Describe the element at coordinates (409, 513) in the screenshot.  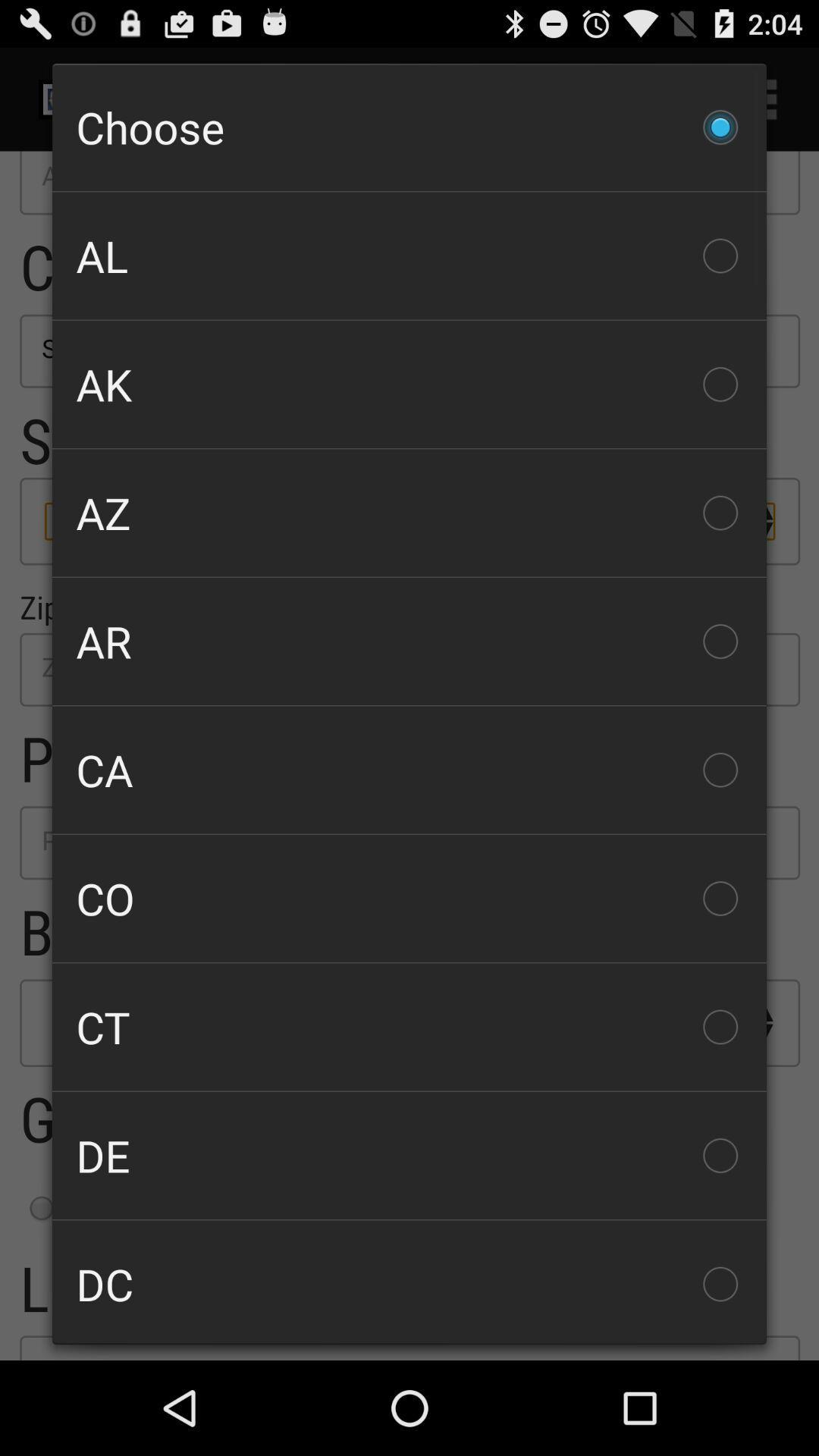
I see `icon above ar checkbox` at that location.